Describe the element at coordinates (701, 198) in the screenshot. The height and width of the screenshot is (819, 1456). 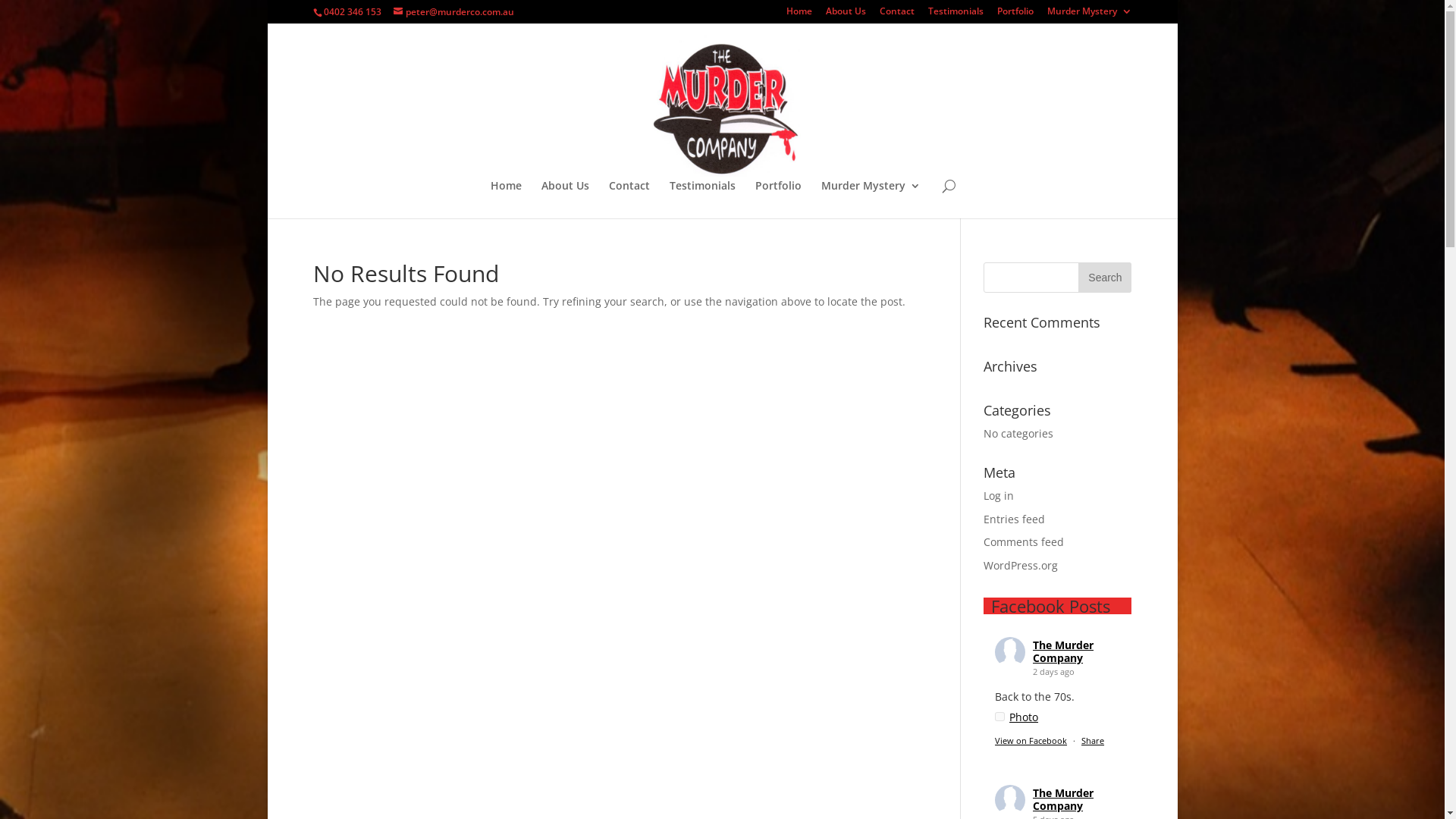
I see `'Testimonials'` at that location.